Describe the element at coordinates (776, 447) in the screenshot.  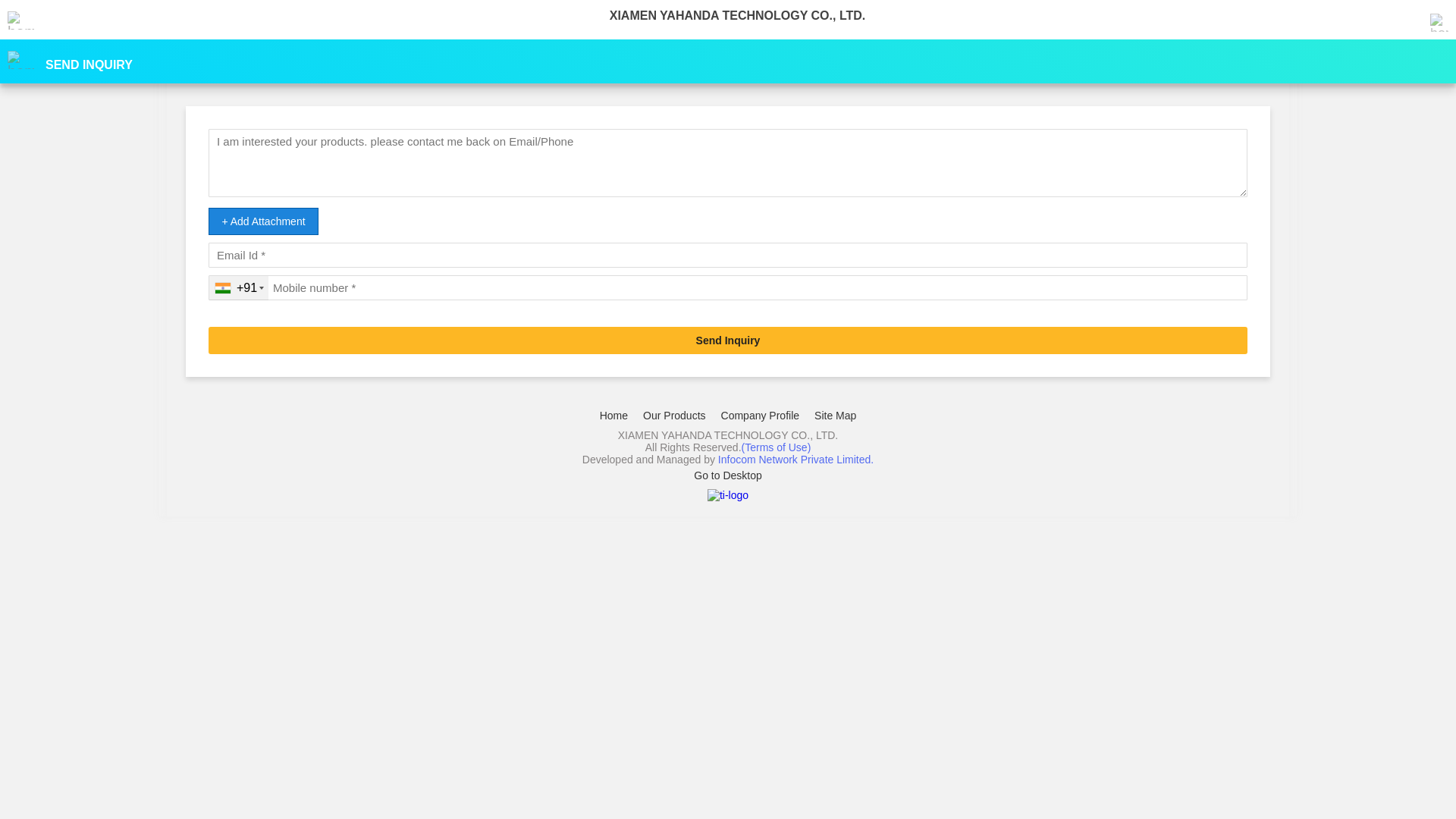
I see `'(Terms of Use)'` at that location.